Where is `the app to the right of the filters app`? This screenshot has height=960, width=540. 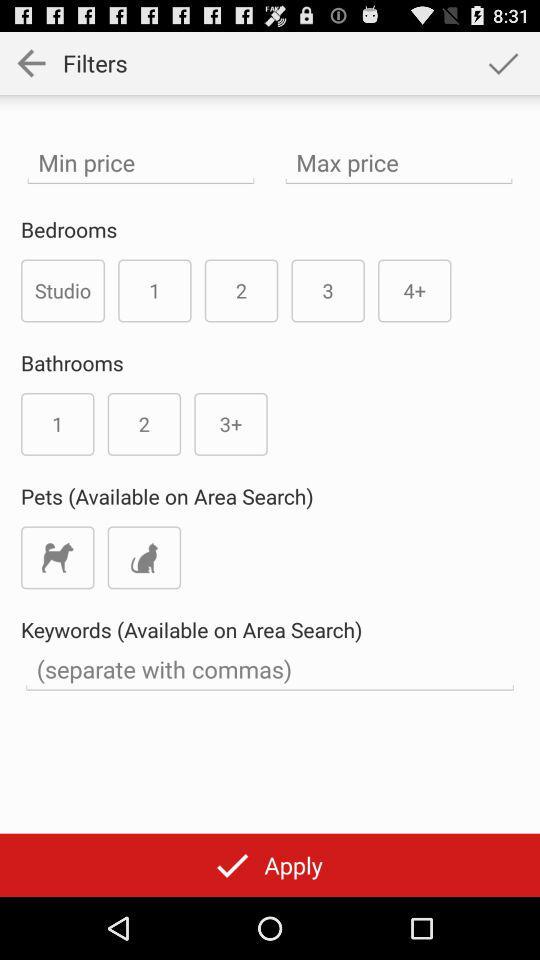
the app to the right of the filters app is located at coordinates (502, 62).